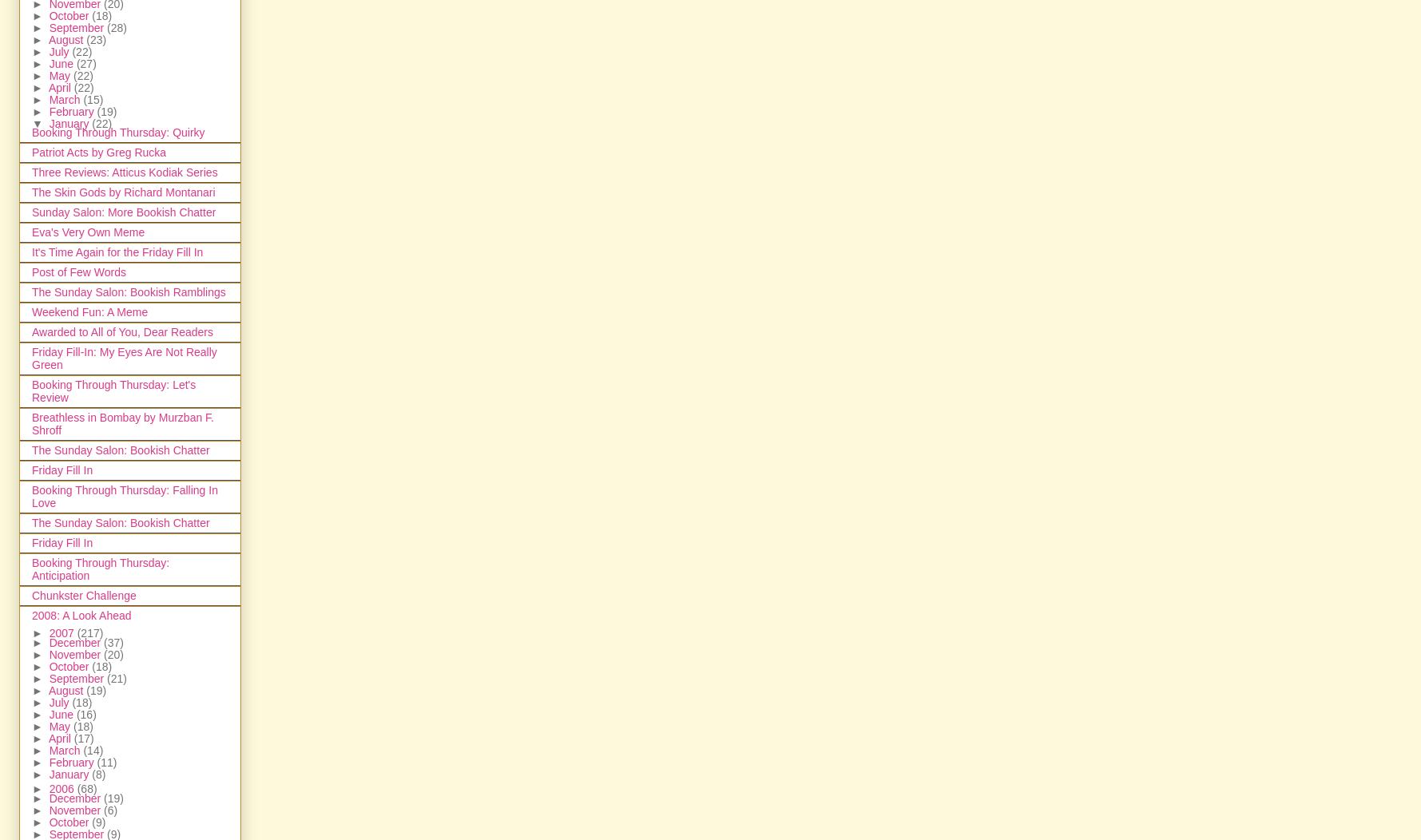 The width and height of the screenshot is (1421, 840). Describe the element at coordinates (117, 252) in the screenshot. I see `'It's Time Again for the Friday Fill In'` at that location.